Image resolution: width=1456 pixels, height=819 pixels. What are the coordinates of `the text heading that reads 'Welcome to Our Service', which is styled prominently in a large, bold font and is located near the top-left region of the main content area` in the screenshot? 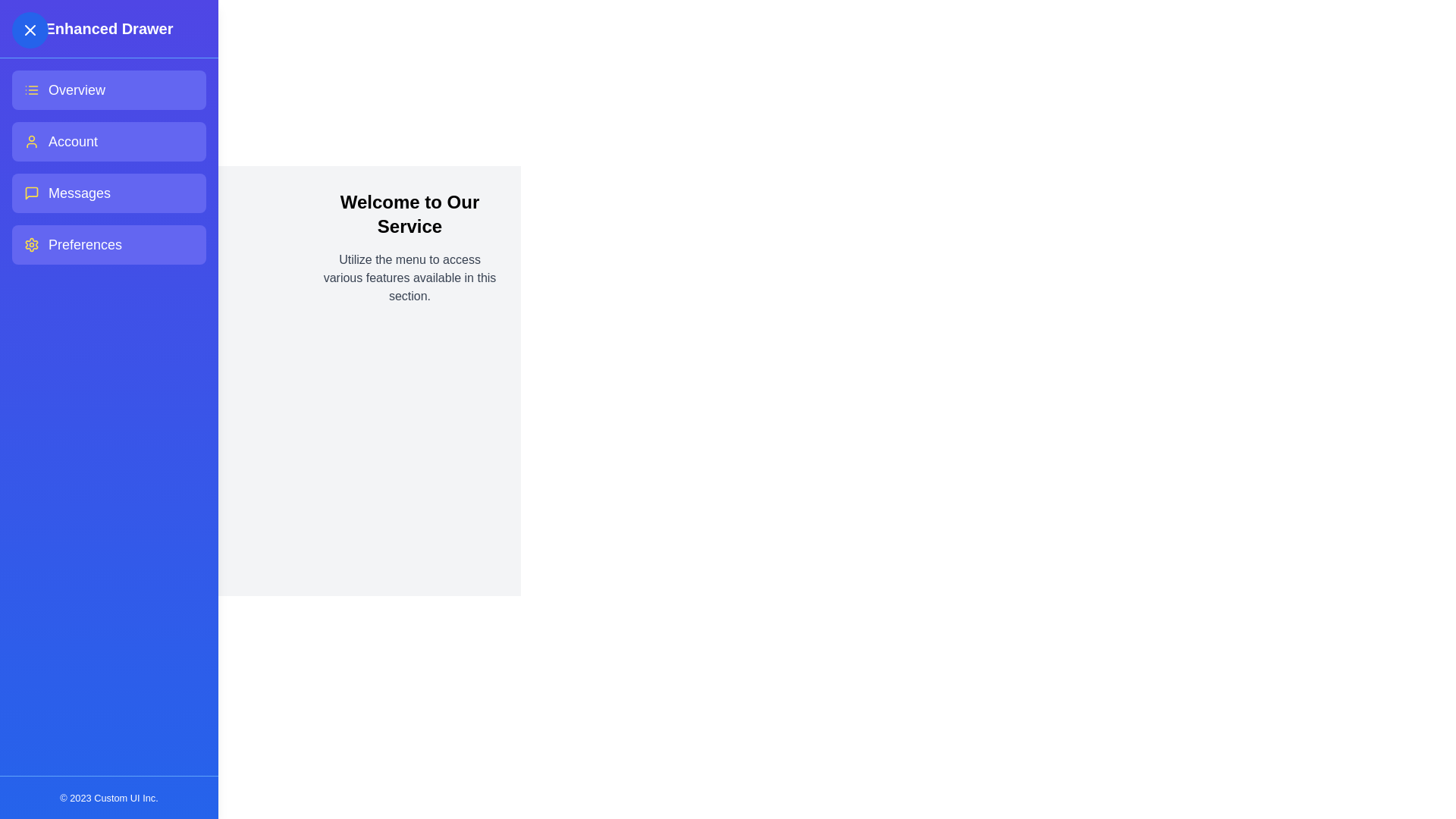 It's located at (409, 214).